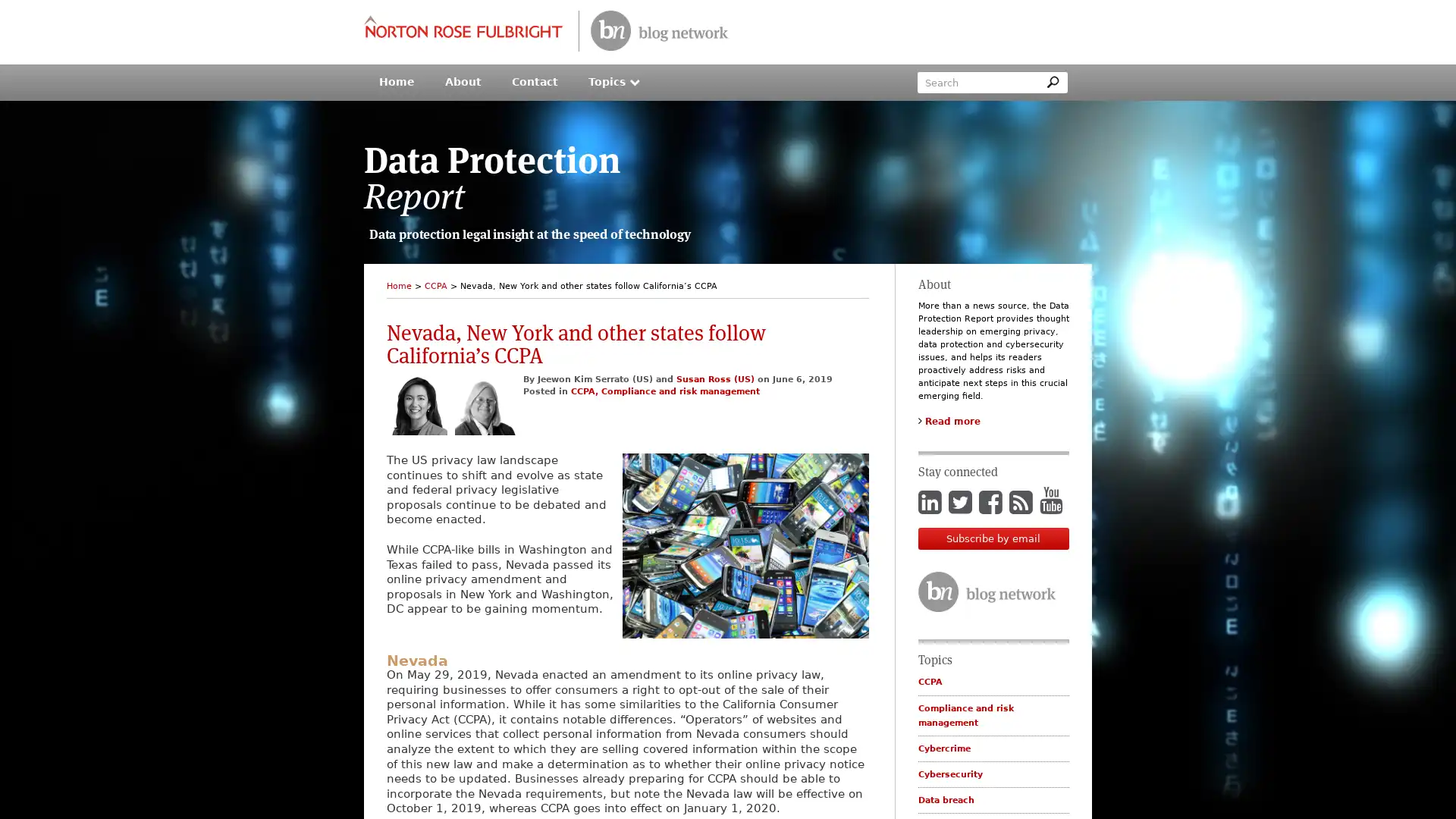 This screenshot has height=819, width=1456. Describe the element at coordinates (1051, 82) in the screenshot. I see `Go` at that location.